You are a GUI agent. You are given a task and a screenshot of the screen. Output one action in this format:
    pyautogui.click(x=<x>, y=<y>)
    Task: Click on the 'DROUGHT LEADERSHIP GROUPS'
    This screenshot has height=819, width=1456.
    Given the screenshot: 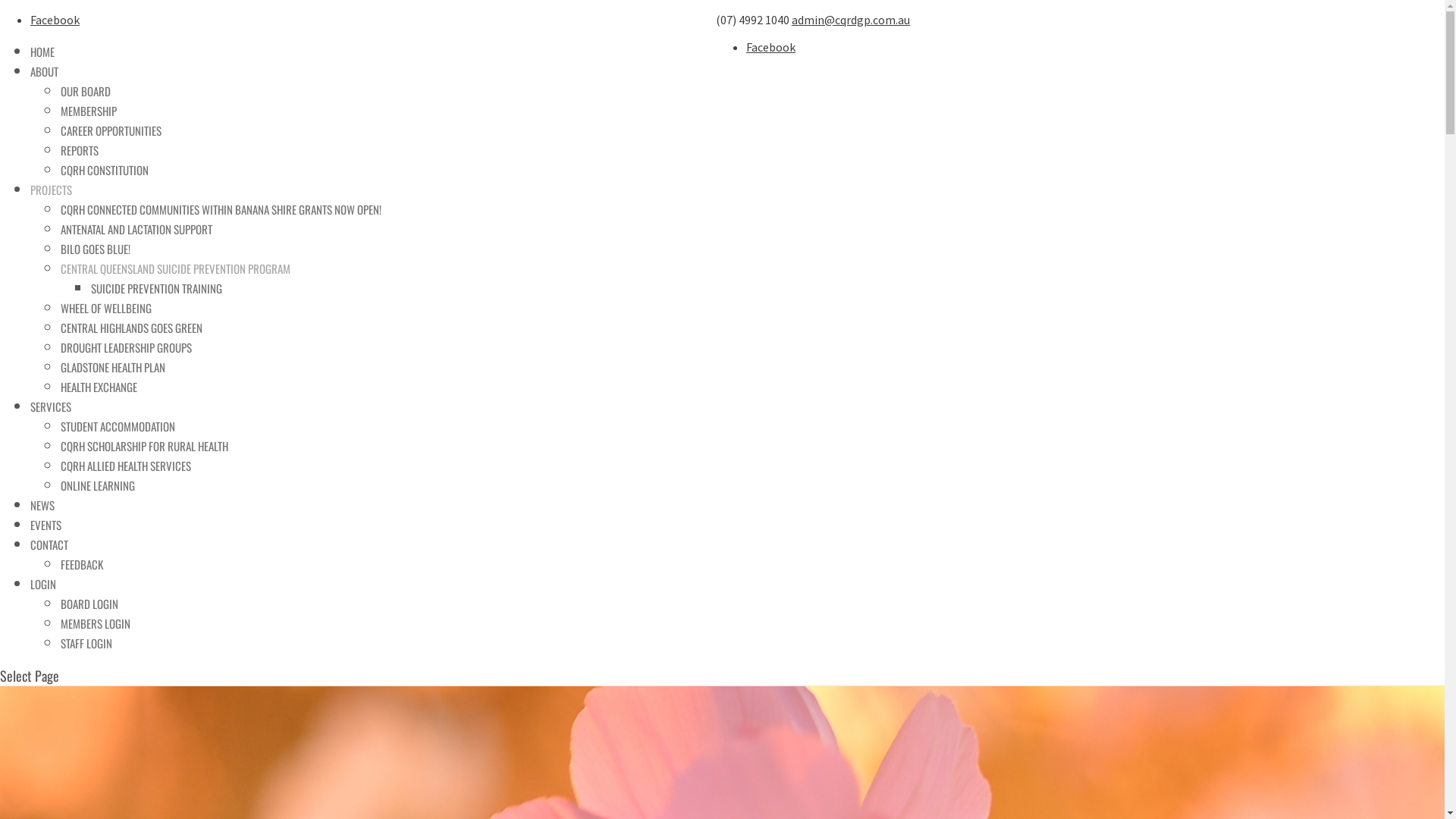 What is the action you would take?
    pyautogui.click(x=61, y=347)
    